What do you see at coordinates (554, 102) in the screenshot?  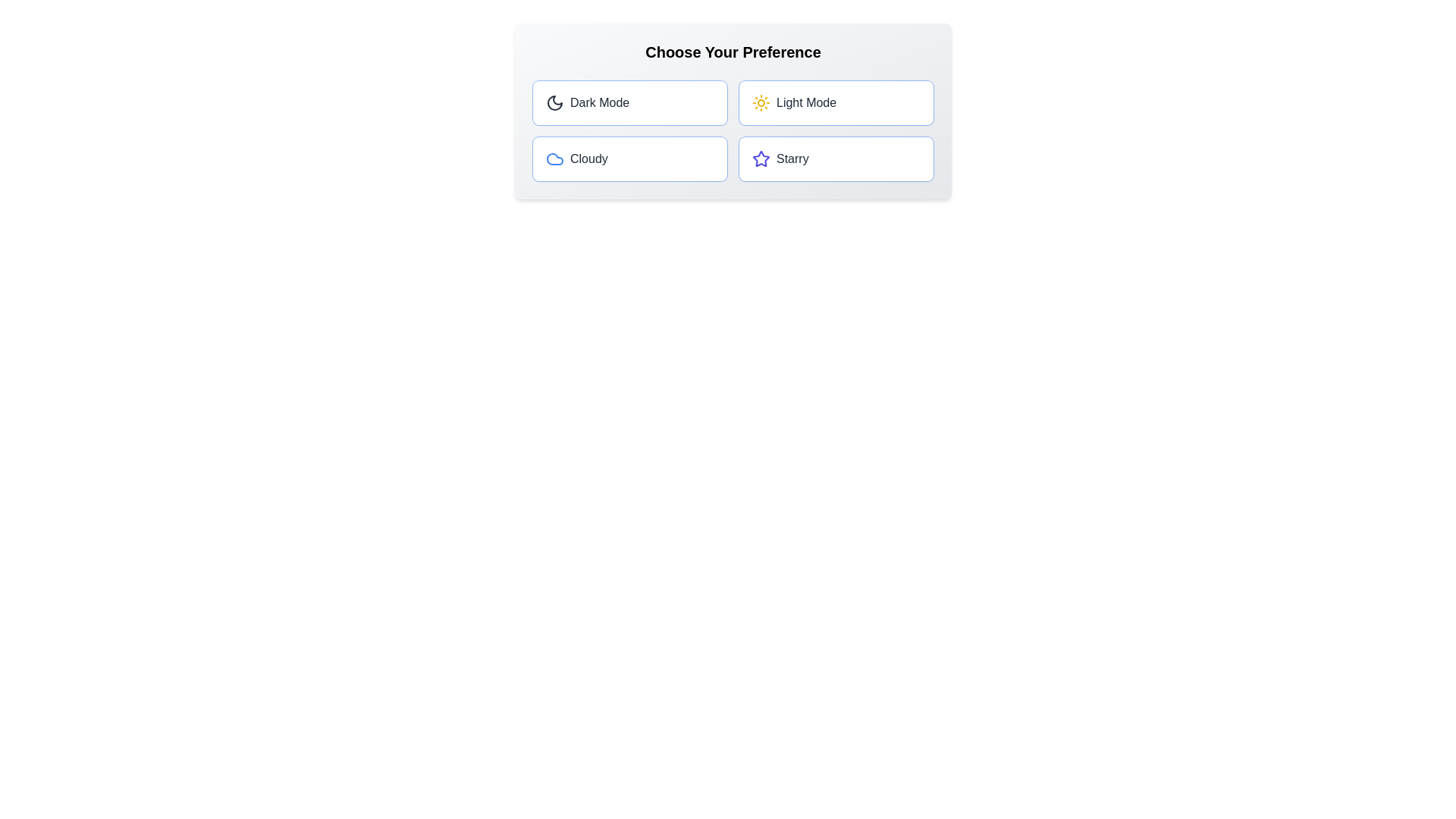 I see `the dark gray crescent moon icon representing the 'Dark Mode' theme` at bounding box center [554, 102].